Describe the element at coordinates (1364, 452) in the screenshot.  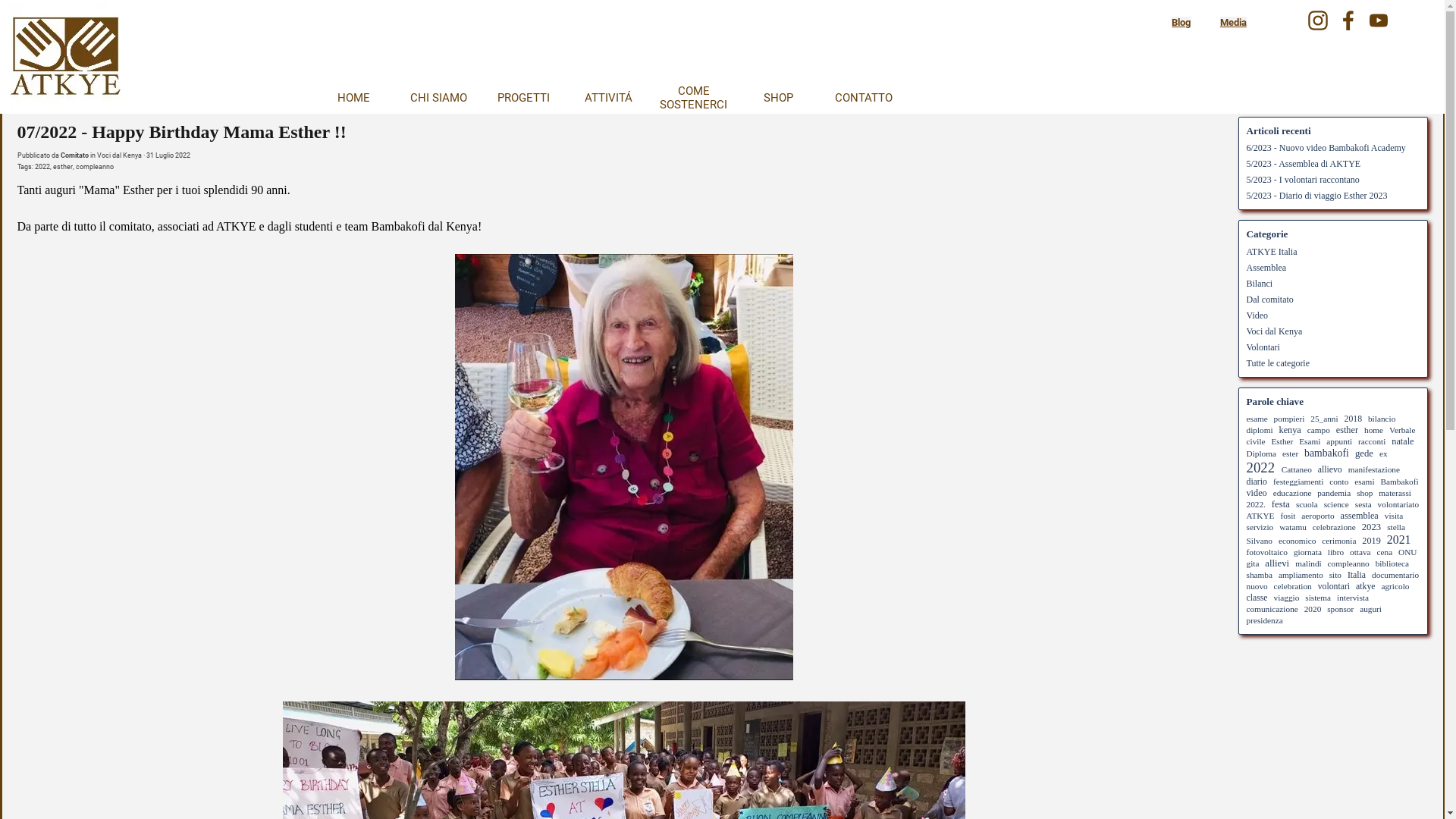
I see `'gede'` at that location.